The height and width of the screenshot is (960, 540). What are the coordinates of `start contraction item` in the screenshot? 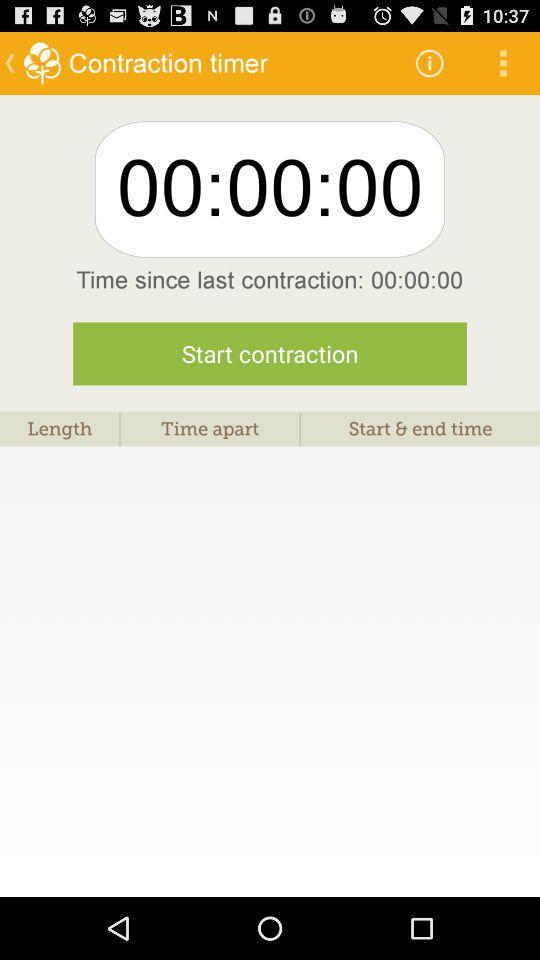 It's located at (270, 353).